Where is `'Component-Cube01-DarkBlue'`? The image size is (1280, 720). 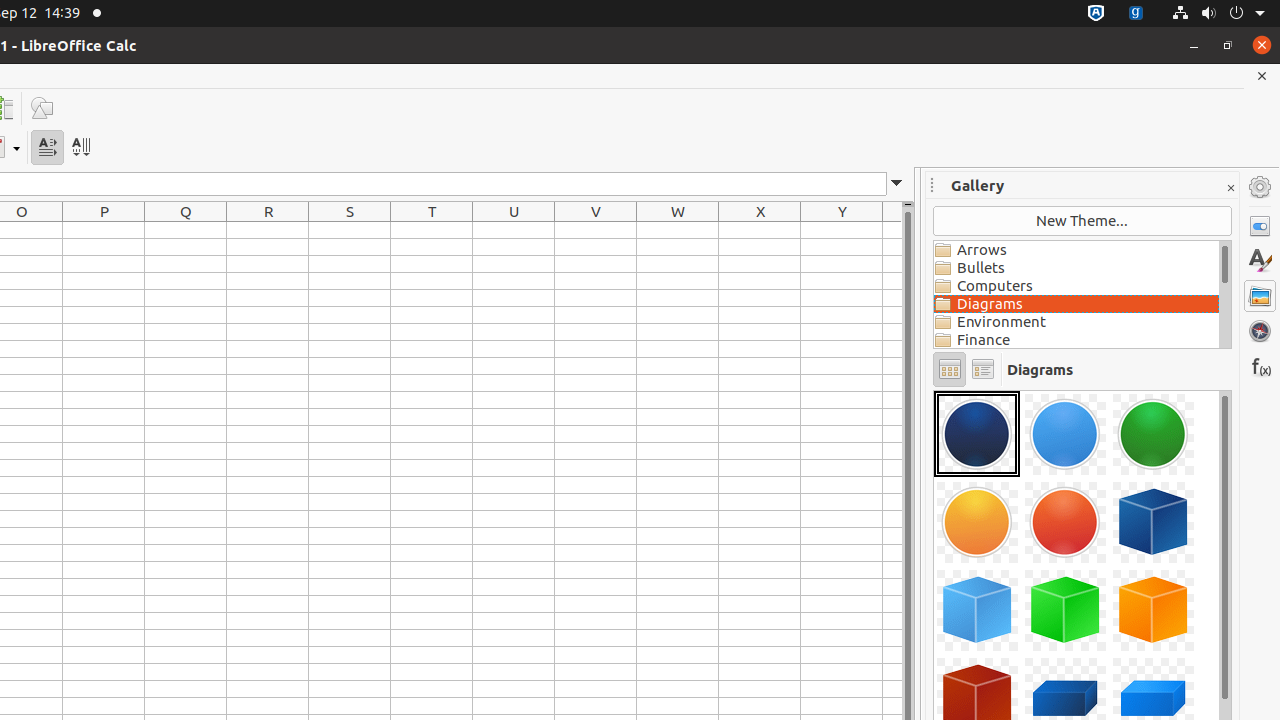 'Component-Cube01-DarkBlue' is located at coordinates (1153, 521).